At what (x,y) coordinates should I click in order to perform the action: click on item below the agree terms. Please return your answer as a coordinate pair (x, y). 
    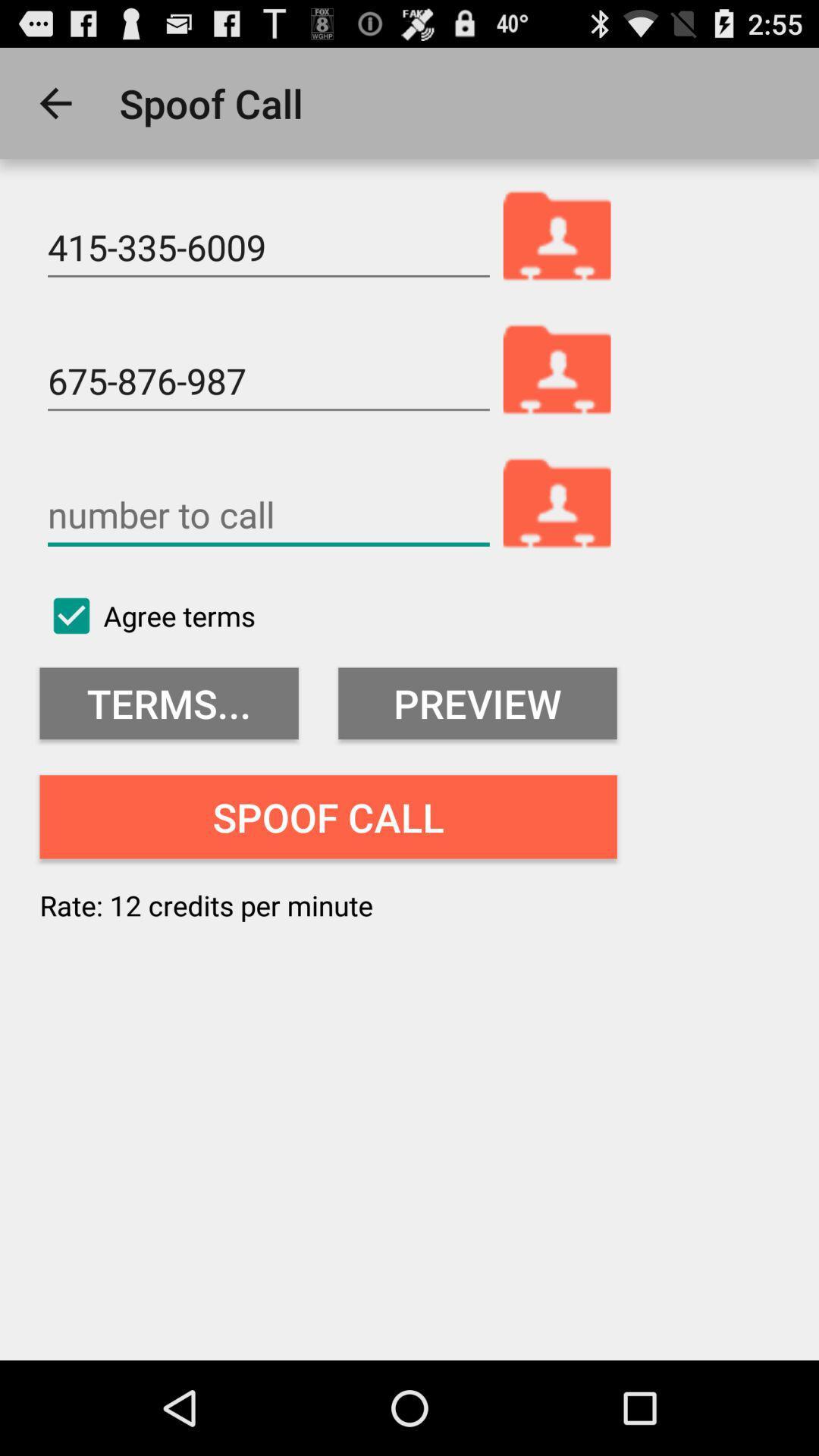
    Looking at the image, I should click on (169, 702).